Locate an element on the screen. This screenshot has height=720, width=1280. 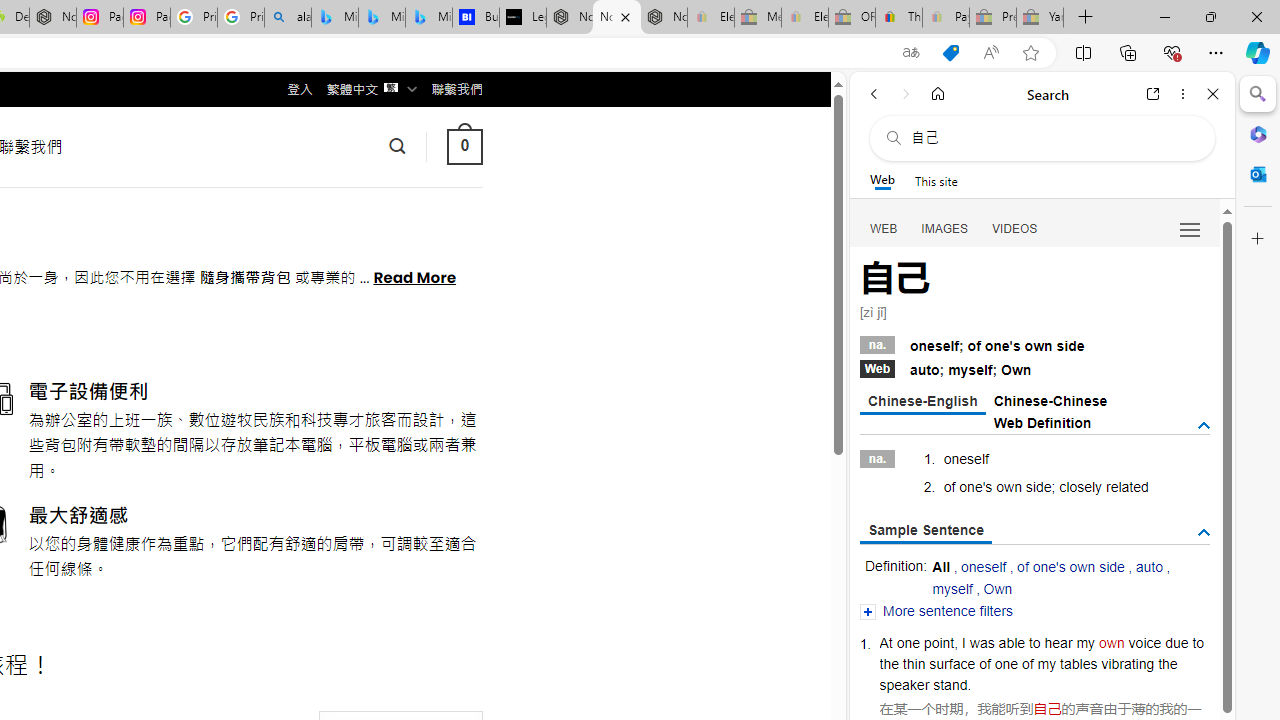
'na.oneself; of one' is located at coordinates (1034, 342).